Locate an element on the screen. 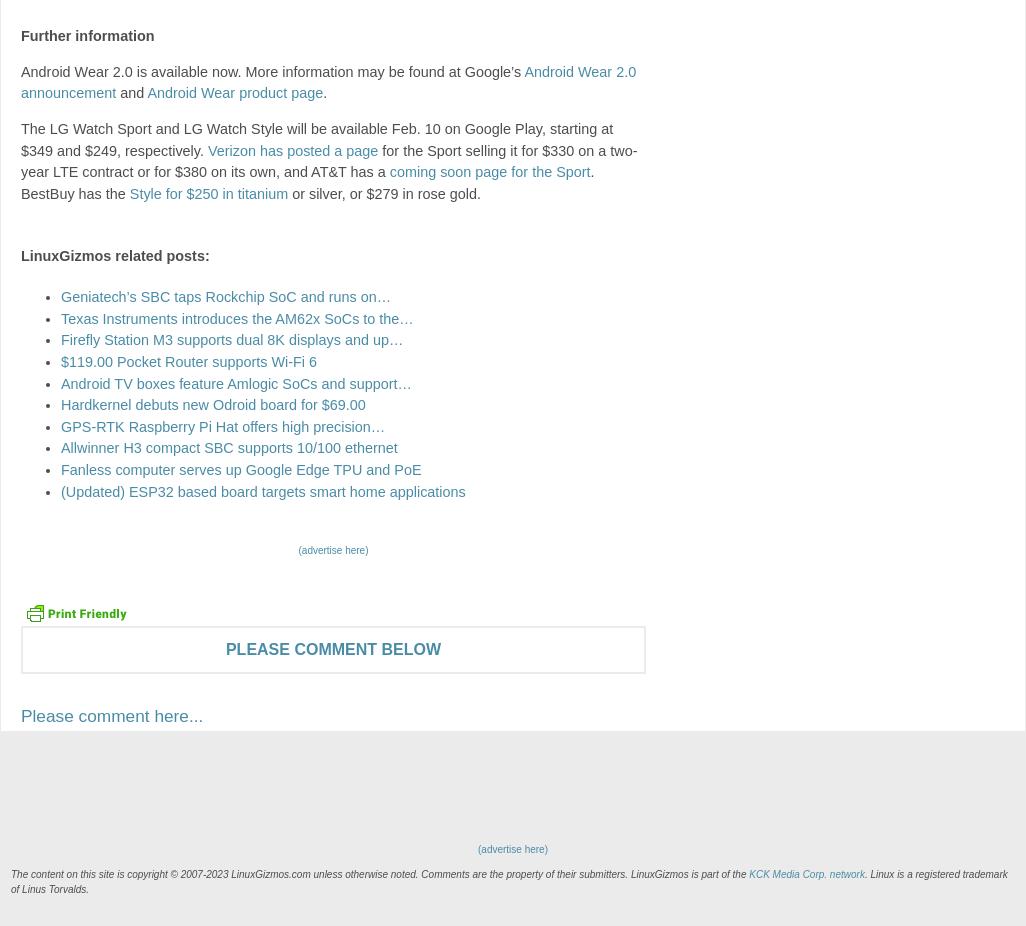  'Geniatech’s SBC taps Rockchip SoC and runs on…' is located at coordinates (226, 296).